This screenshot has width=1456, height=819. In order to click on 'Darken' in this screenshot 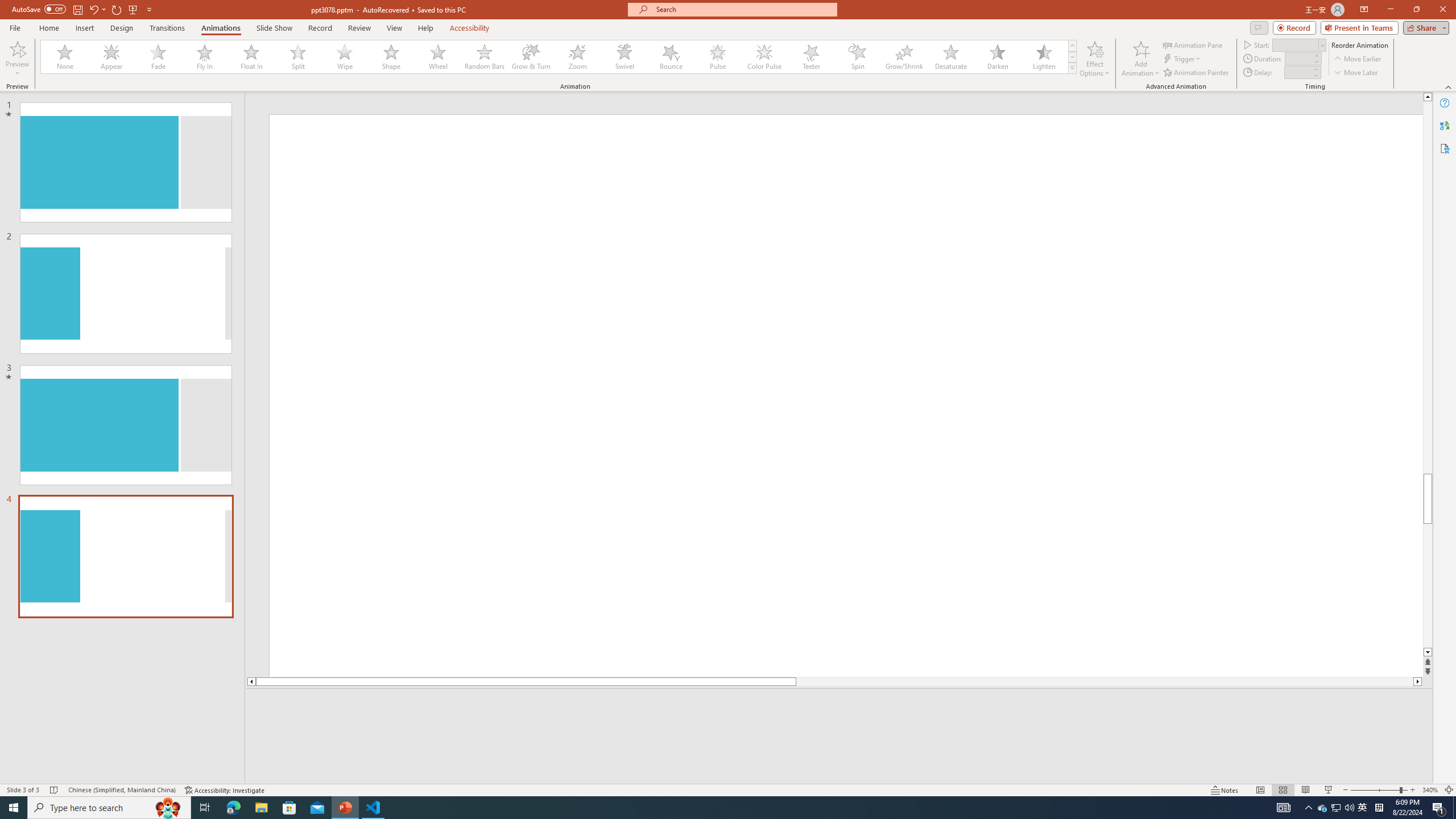, I will do `click(996, 56)`.